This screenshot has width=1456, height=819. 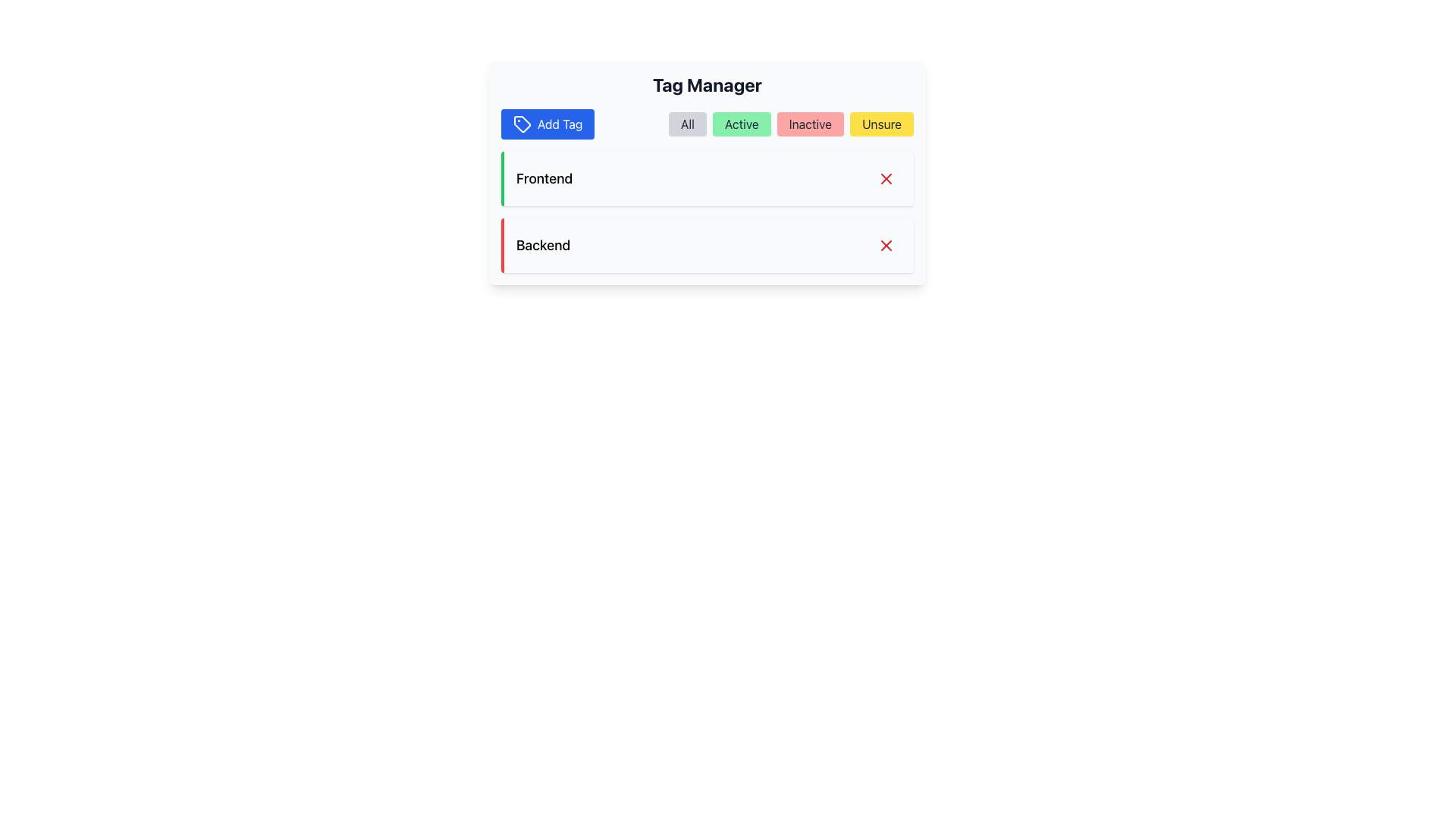 I want to click on the blue 'Add Tag' button with white text and a tag icon on its left, so click(x=546, y=124).